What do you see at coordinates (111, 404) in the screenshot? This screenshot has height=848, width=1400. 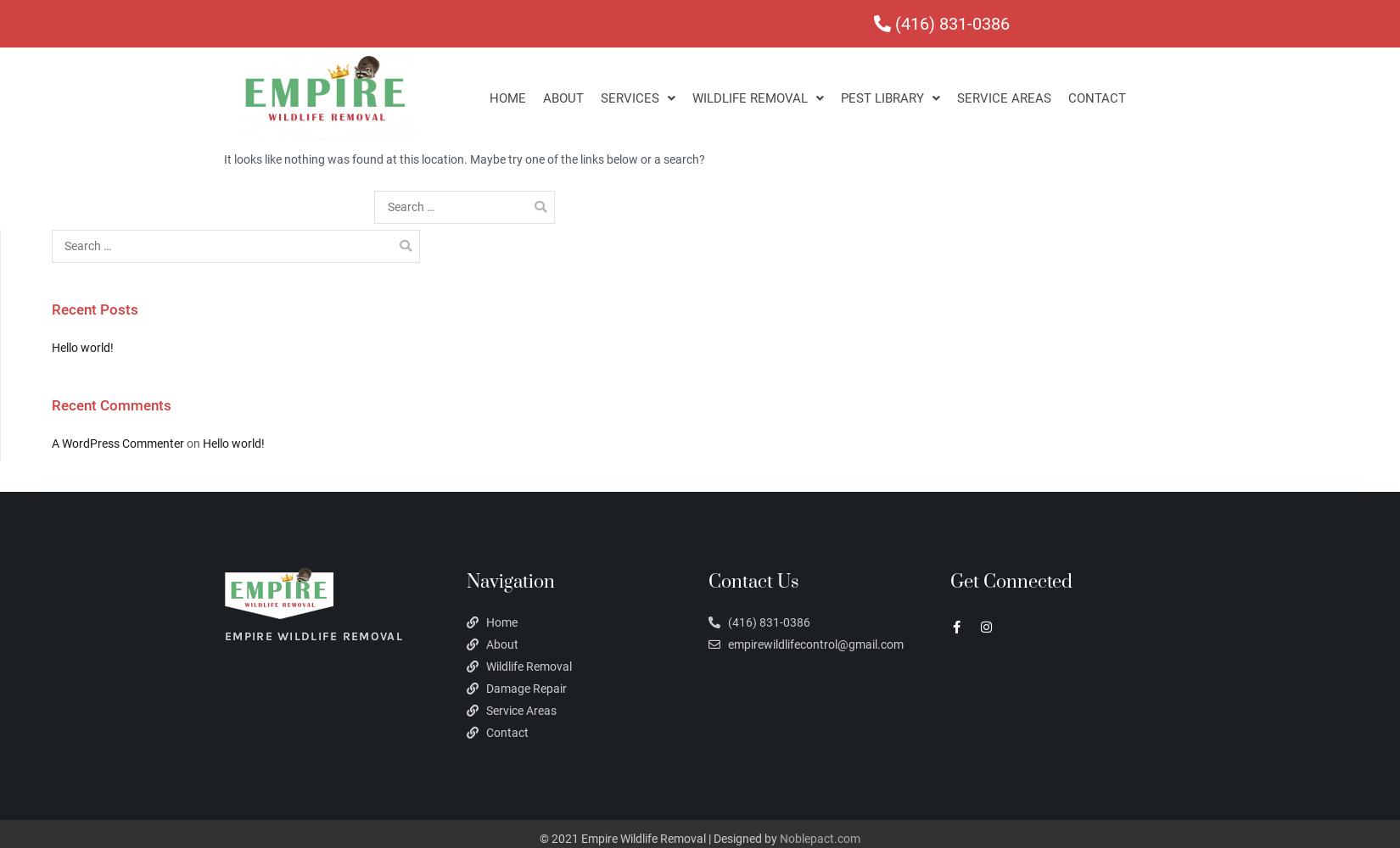 I see `'Recent Comments'` at bounding box center [111, 404].